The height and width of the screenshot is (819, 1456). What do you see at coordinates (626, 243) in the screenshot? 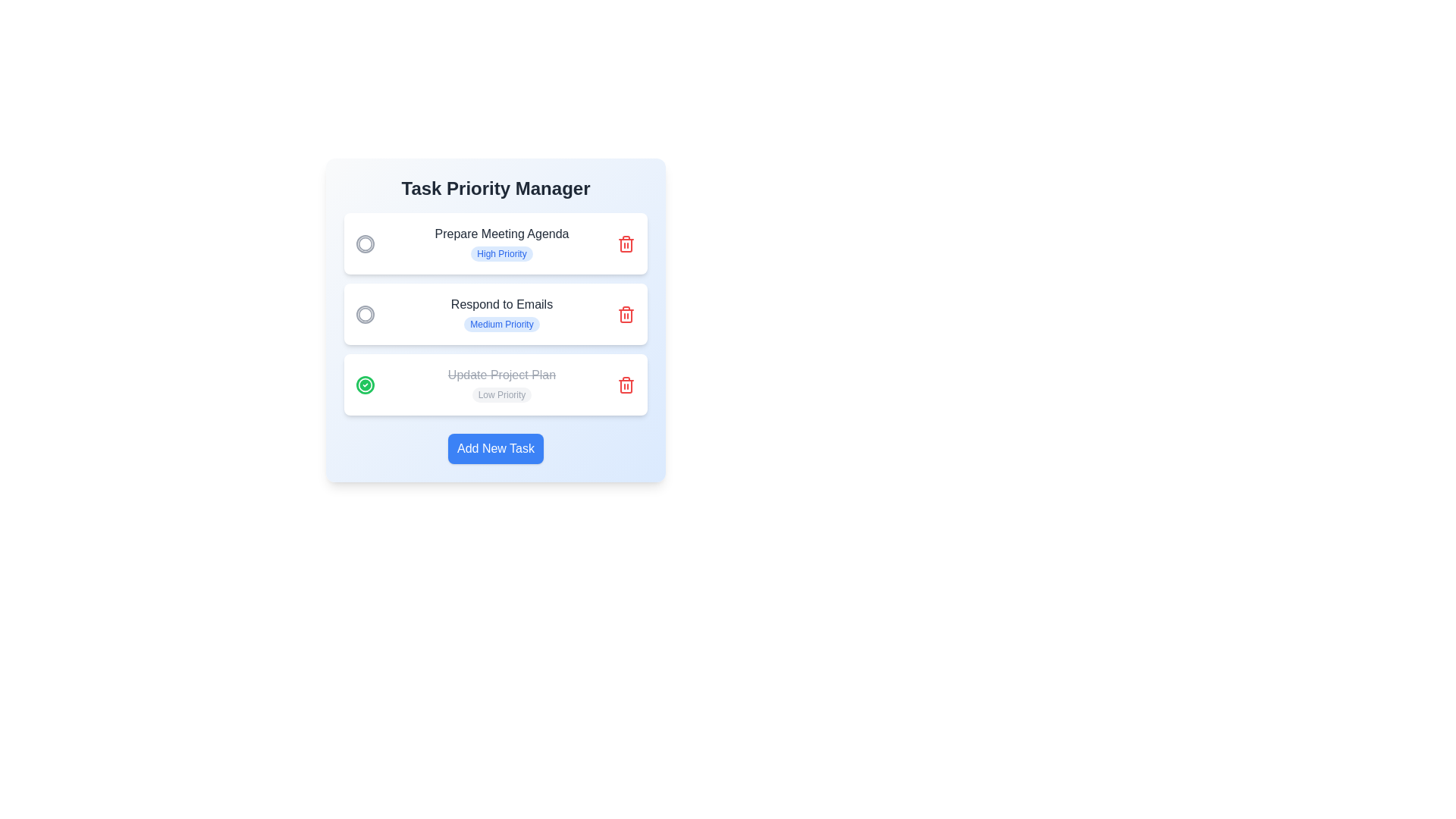
I see `the red trash bin icon` at bounding box center [626, 243].